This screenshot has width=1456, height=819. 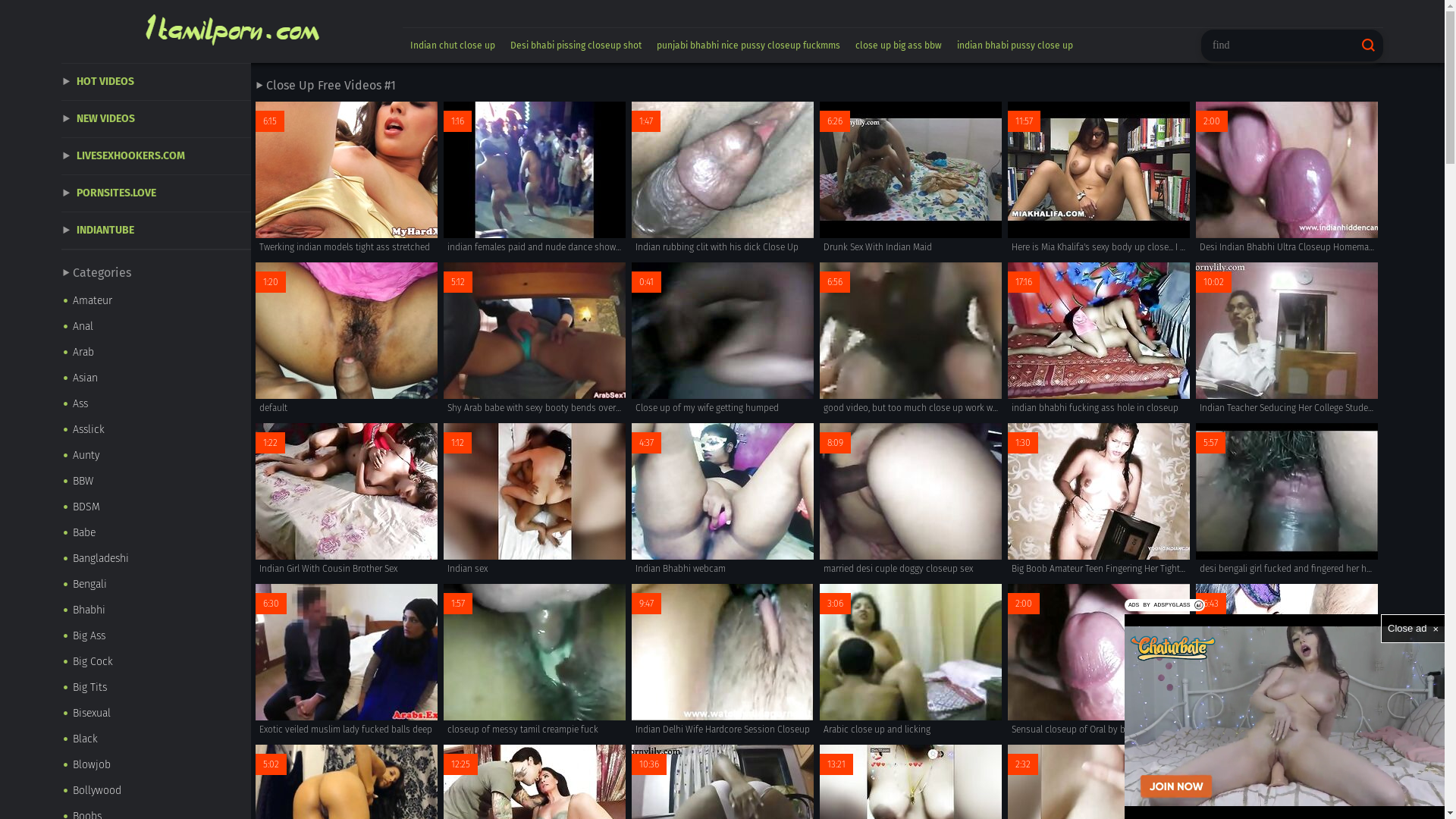 What do you see at coordinates (1099, 660) in the screenshot?
I see `'2:00` at bounding box center [1099, 660].